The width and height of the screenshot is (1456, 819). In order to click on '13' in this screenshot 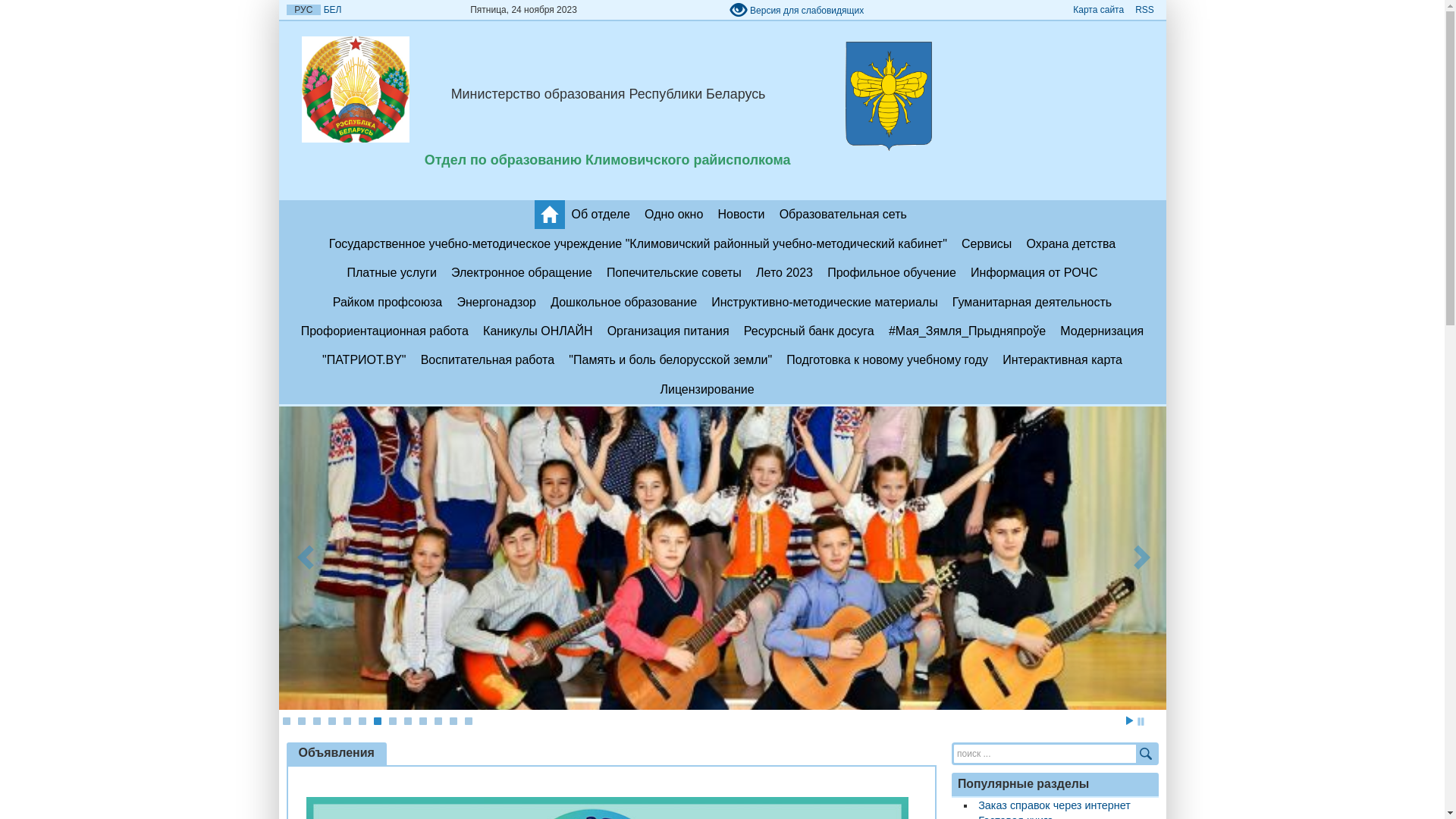, I will do `click(467, 720)`.